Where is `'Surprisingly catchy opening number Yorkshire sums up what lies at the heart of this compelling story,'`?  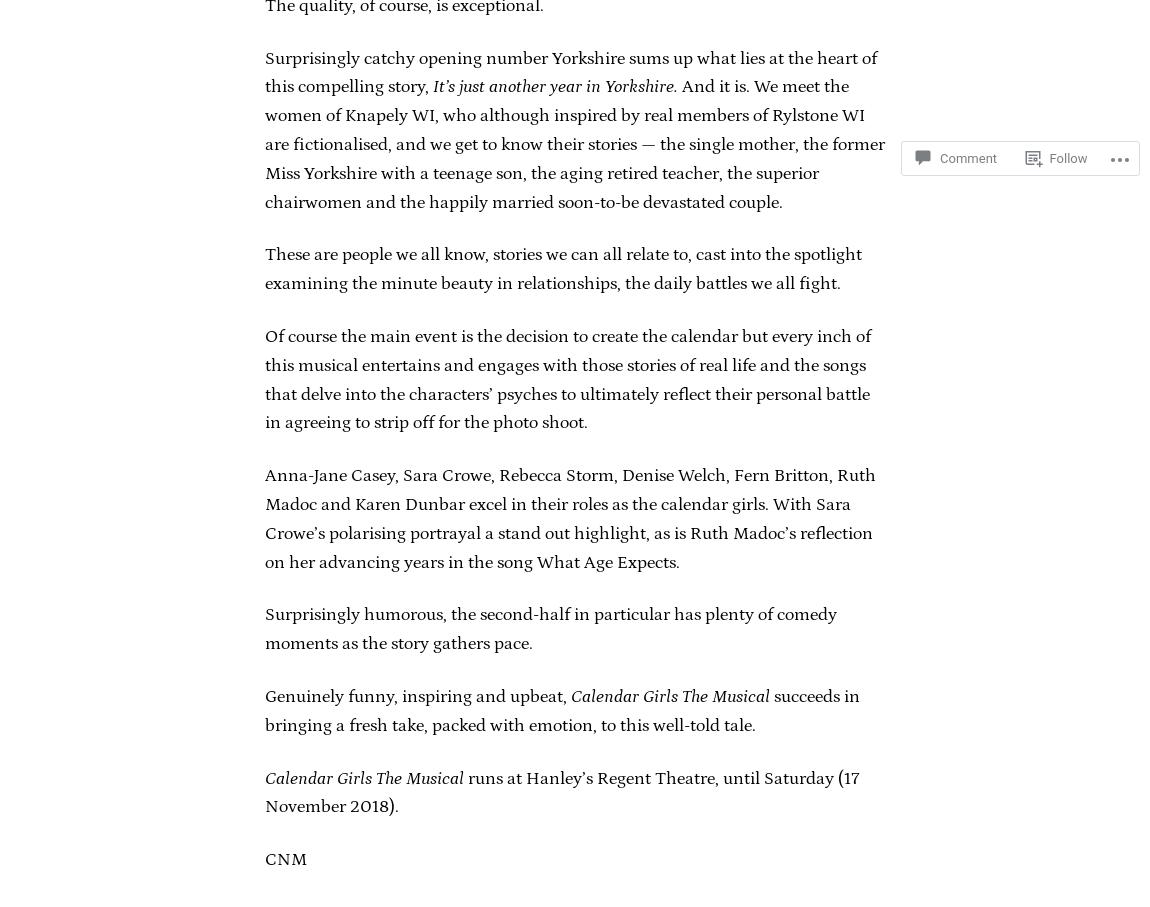 'Surprisingly catchy opening number Yorkshire sums up what lies at the heart of this compelling story,' is located at coordinates (570, 72).